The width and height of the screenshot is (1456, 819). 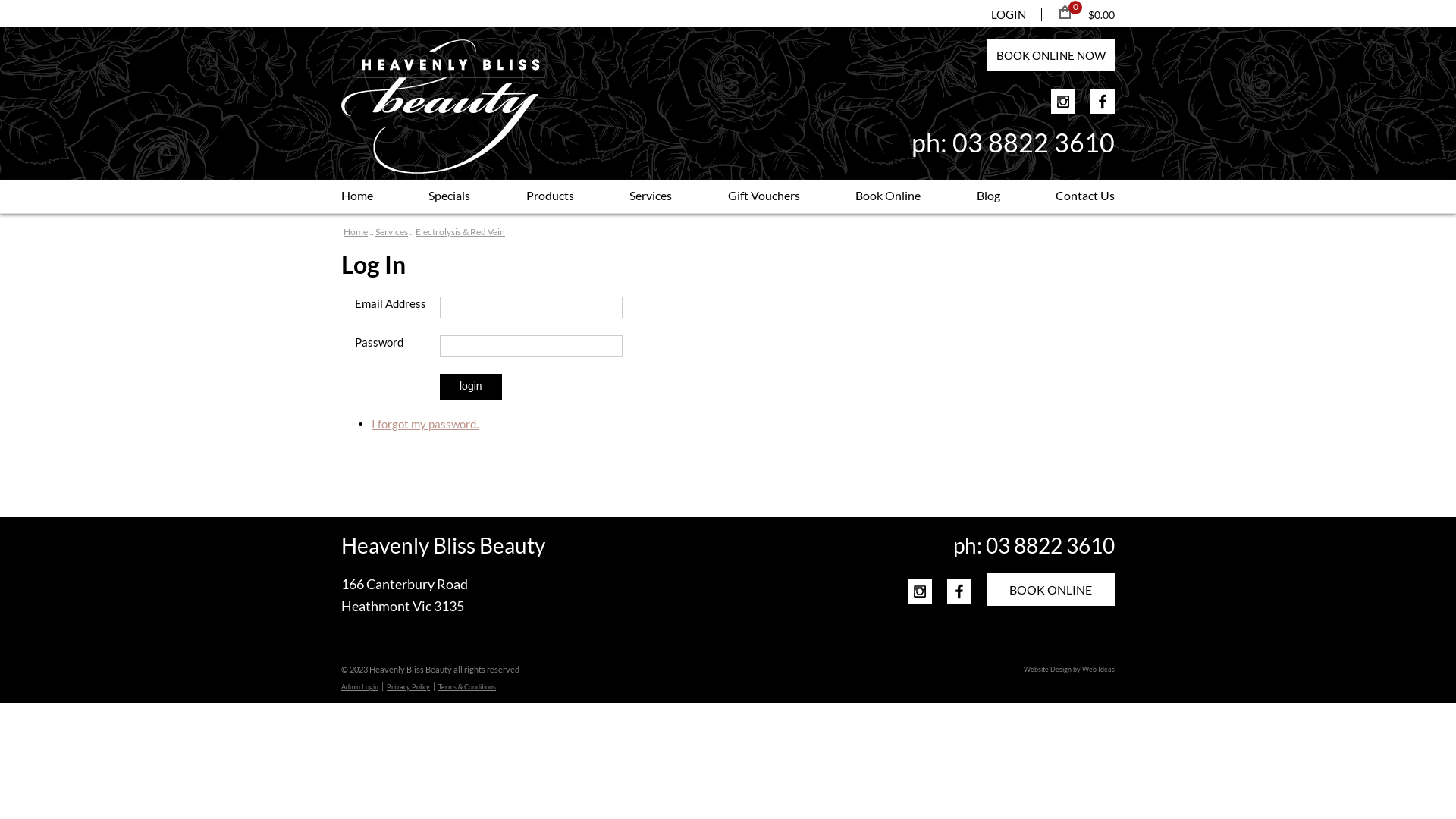 What do you see at coordinates (408, 686) in the screenshot?
I see `'Privacy Policy'` at bounding box center [408, 686].